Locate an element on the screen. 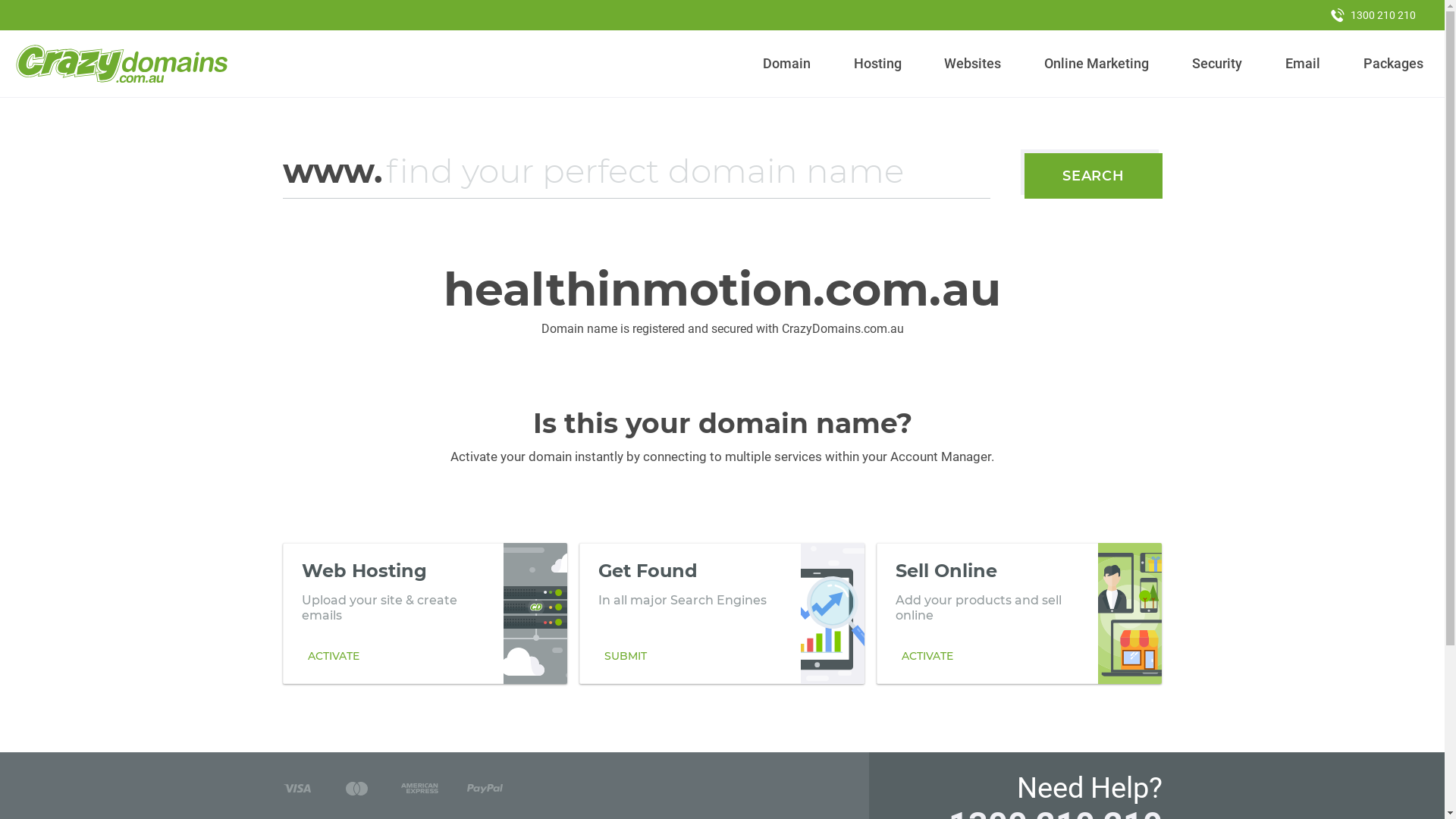 The image size is (1456, 819). 'Security' is located at coordinates (1217, 63).